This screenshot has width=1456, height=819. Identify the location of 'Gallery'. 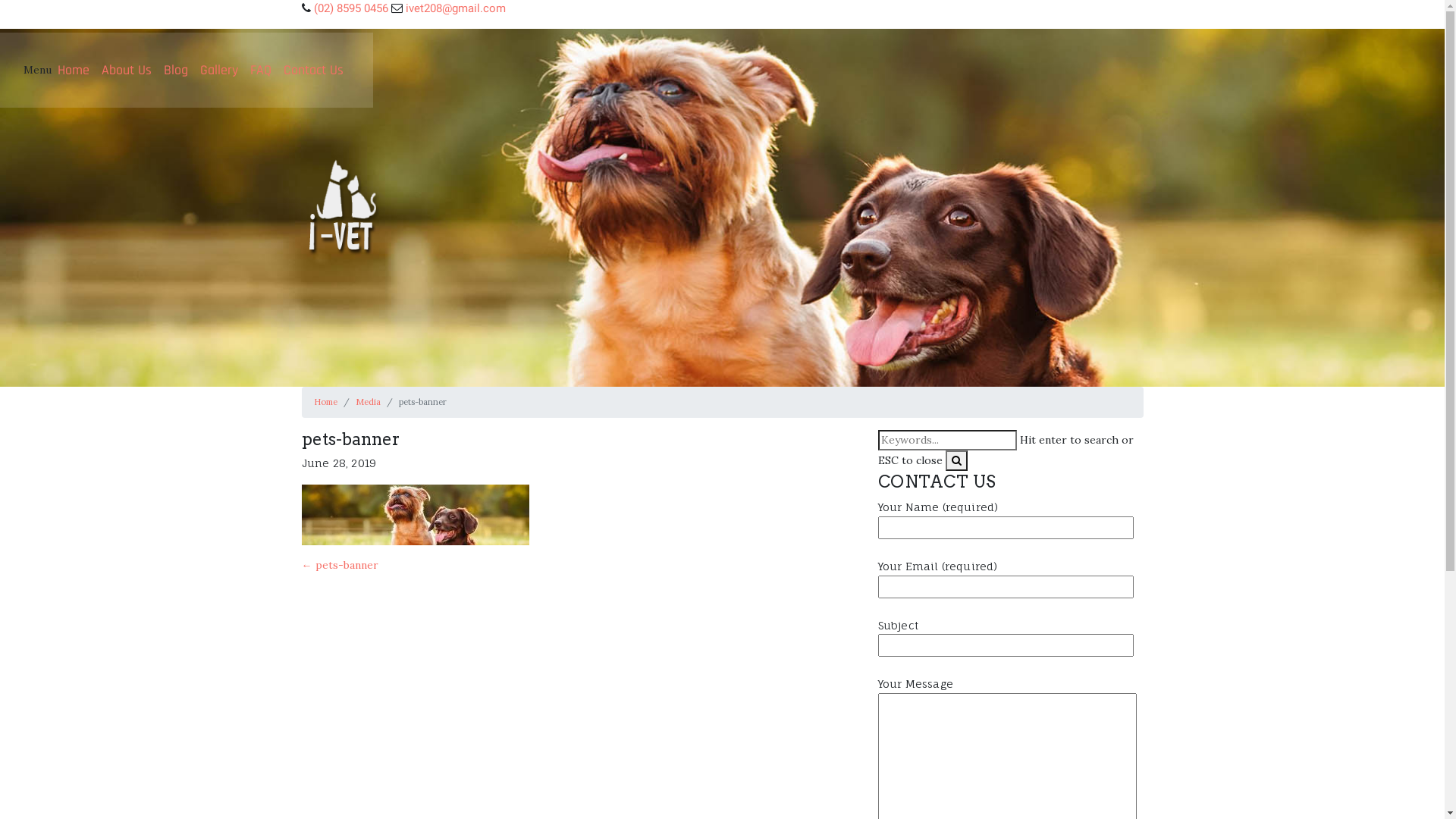
(193, 70).